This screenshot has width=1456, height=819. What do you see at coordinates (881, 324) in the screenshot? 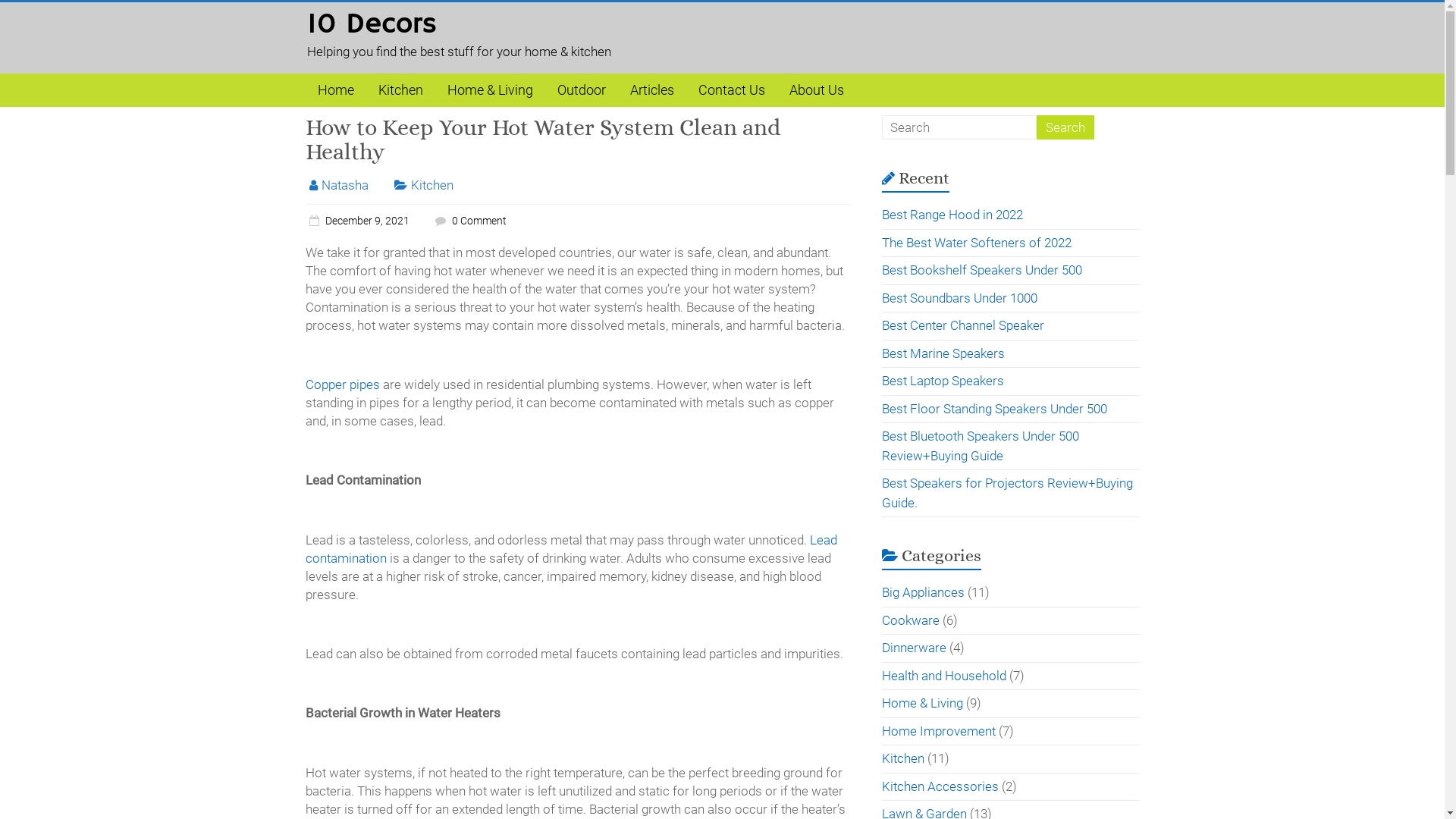
I see `'Best Center Channel Speaker'` at bounding box center [881, 324].